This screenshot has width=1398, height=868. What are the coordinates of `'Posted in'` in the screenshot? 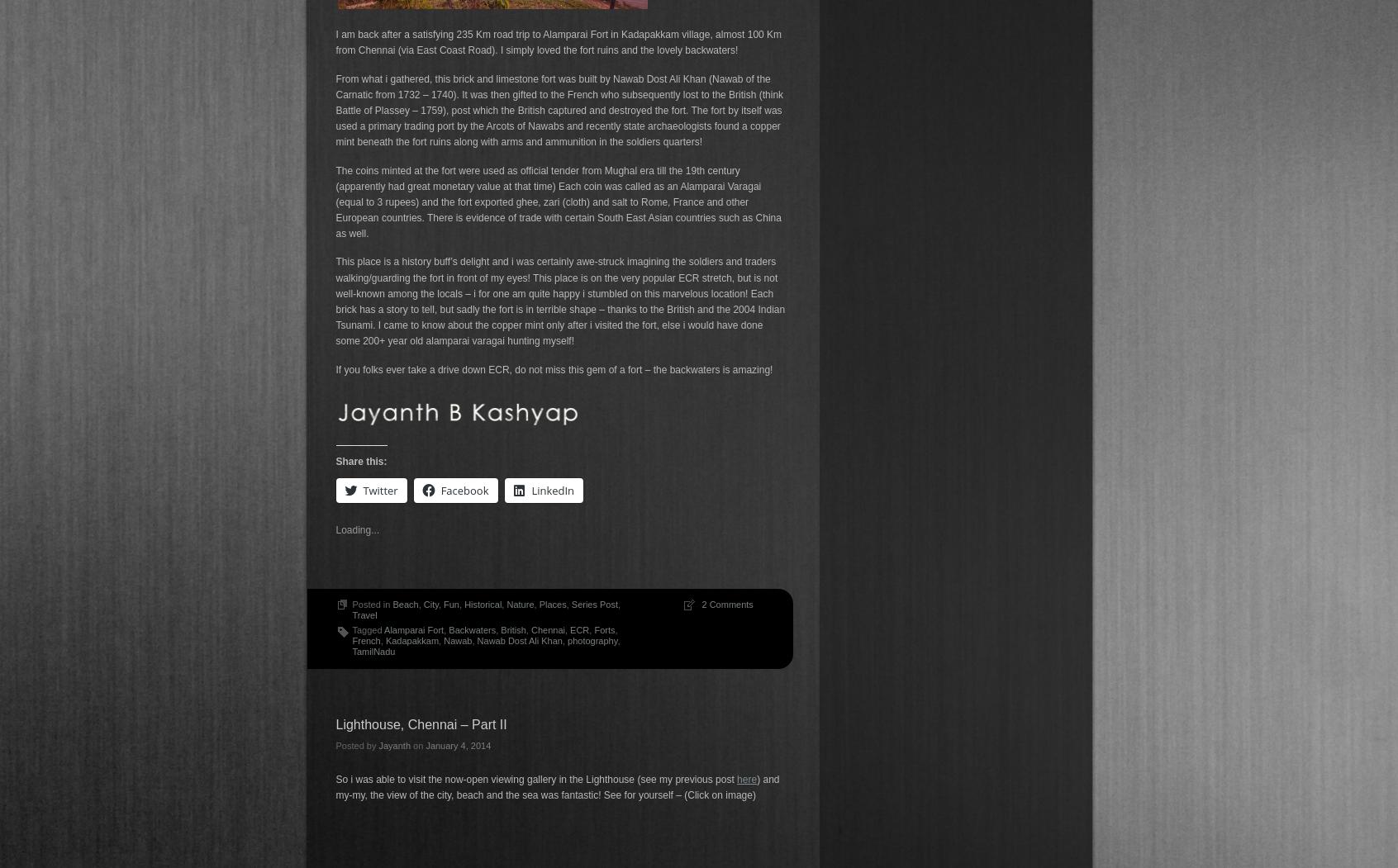 It's located at (370, 603).